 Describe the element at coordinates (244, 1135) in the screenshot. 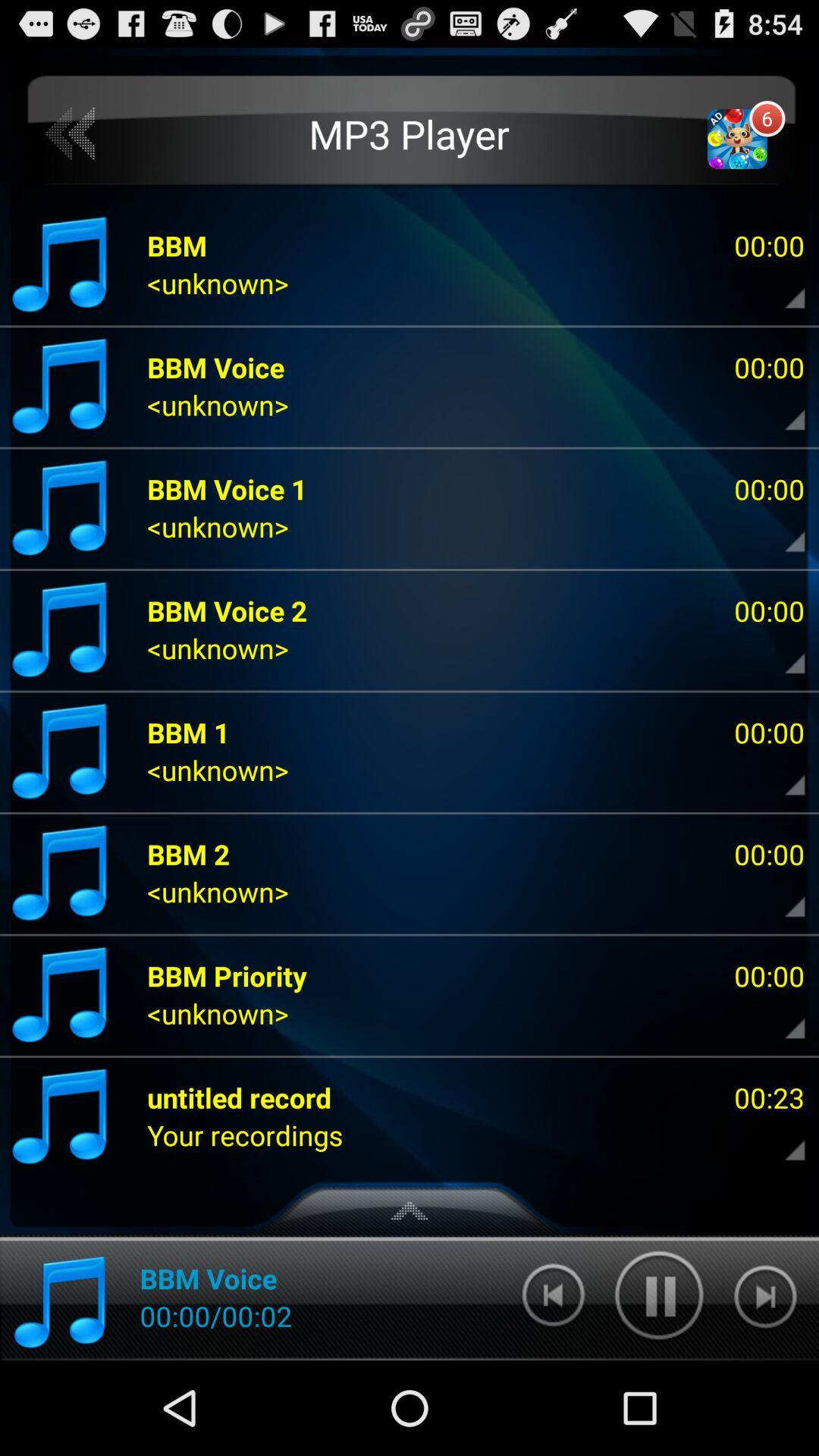

I see `app to the left of the 00:23 app` at that location.